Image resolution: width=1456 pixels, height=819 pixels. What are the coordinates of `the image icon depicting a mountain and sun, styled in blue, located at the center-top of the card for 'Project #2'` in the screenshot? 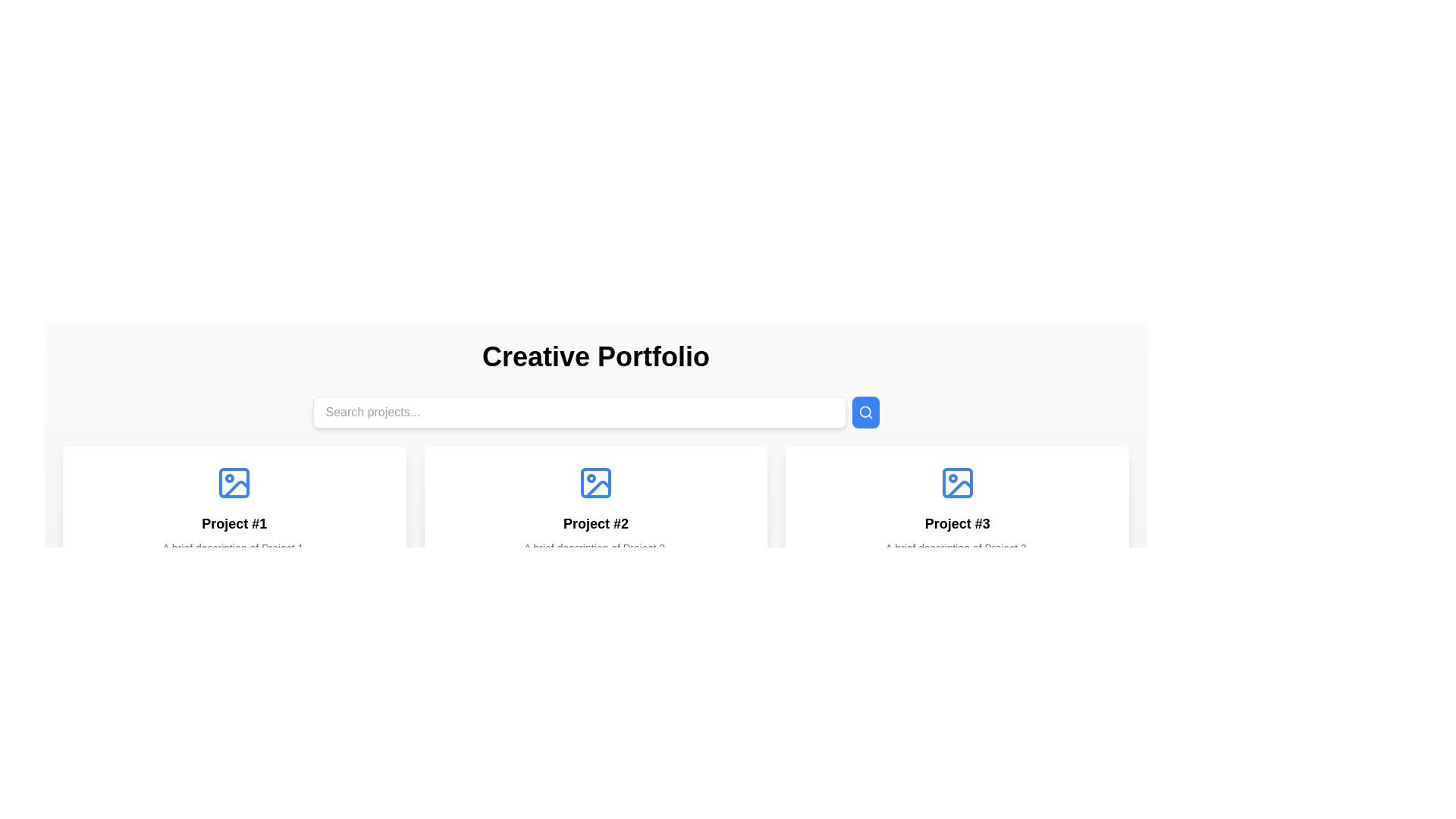 It's located at (595, 482).